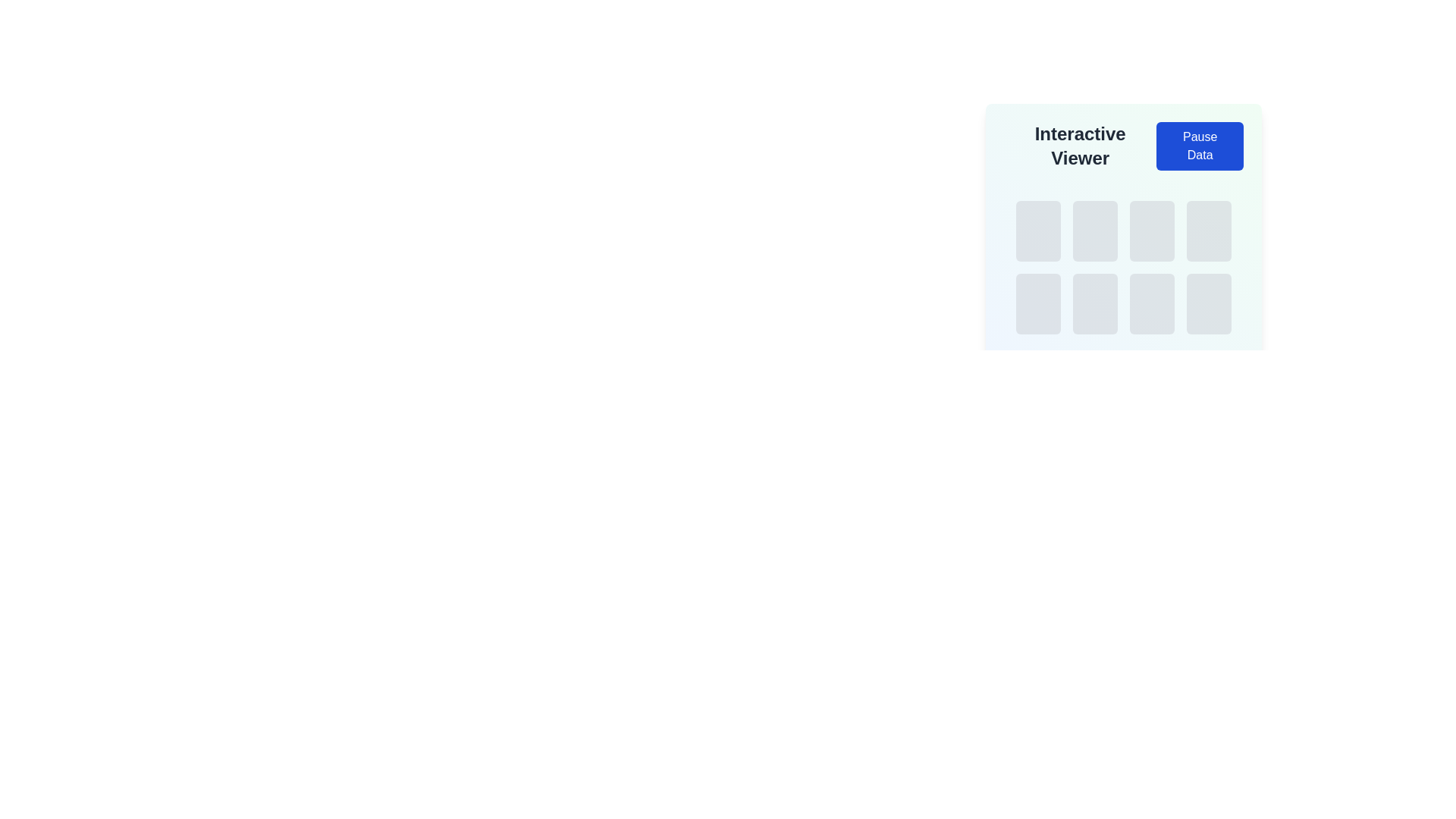 This screenshot has height=819, width=1456. Describe the element at coordinates (1199, 146) in the screenshot. I see `the 'Pause Data' button, which is a rectangular button with rounded corners, blue background, and white text` at that location.